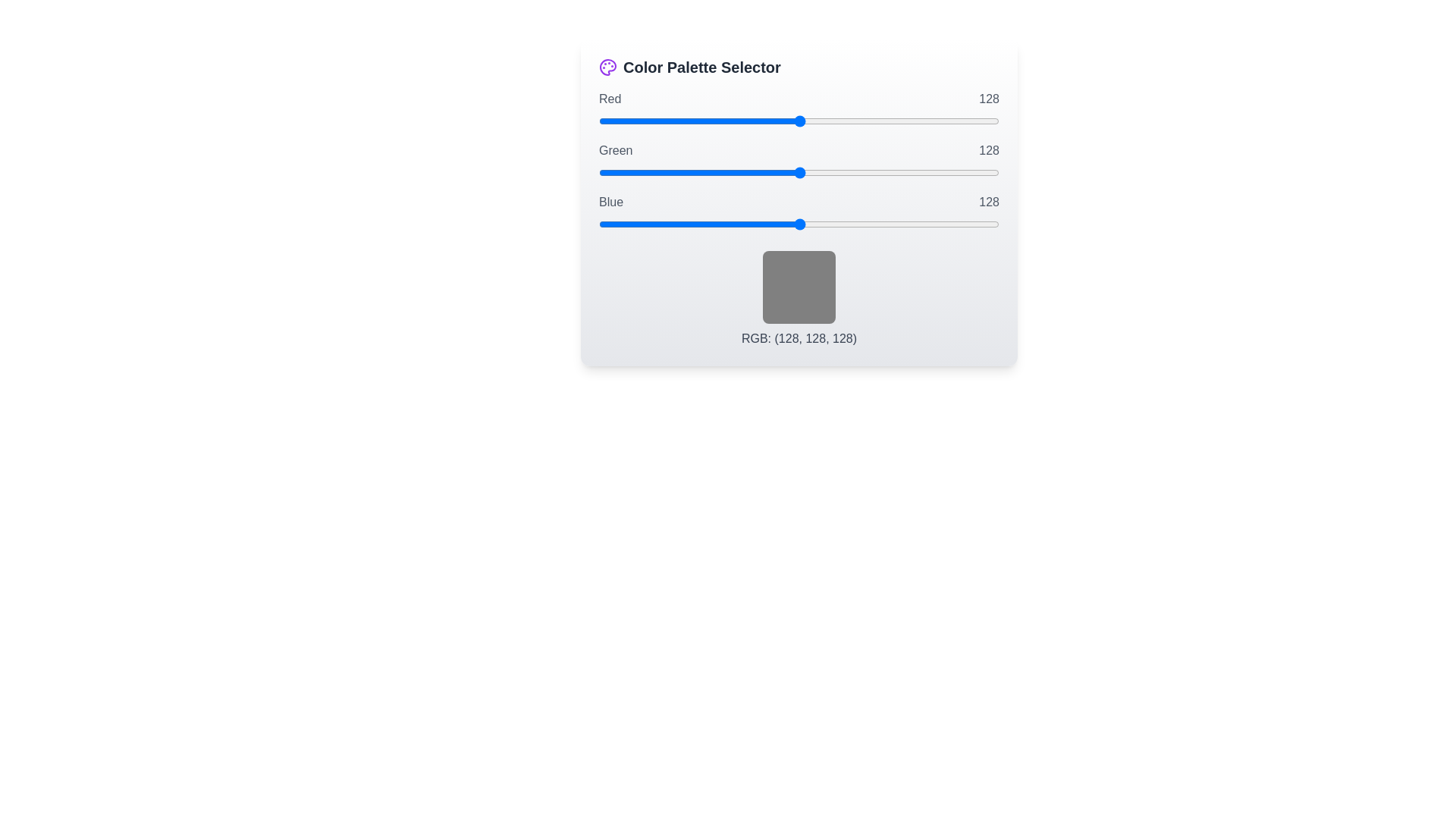 The image size is (1456, 819). Describe the element at coordinates (629, 120) in the screenshot. I see `the red slider to set its value to 19` at that location.